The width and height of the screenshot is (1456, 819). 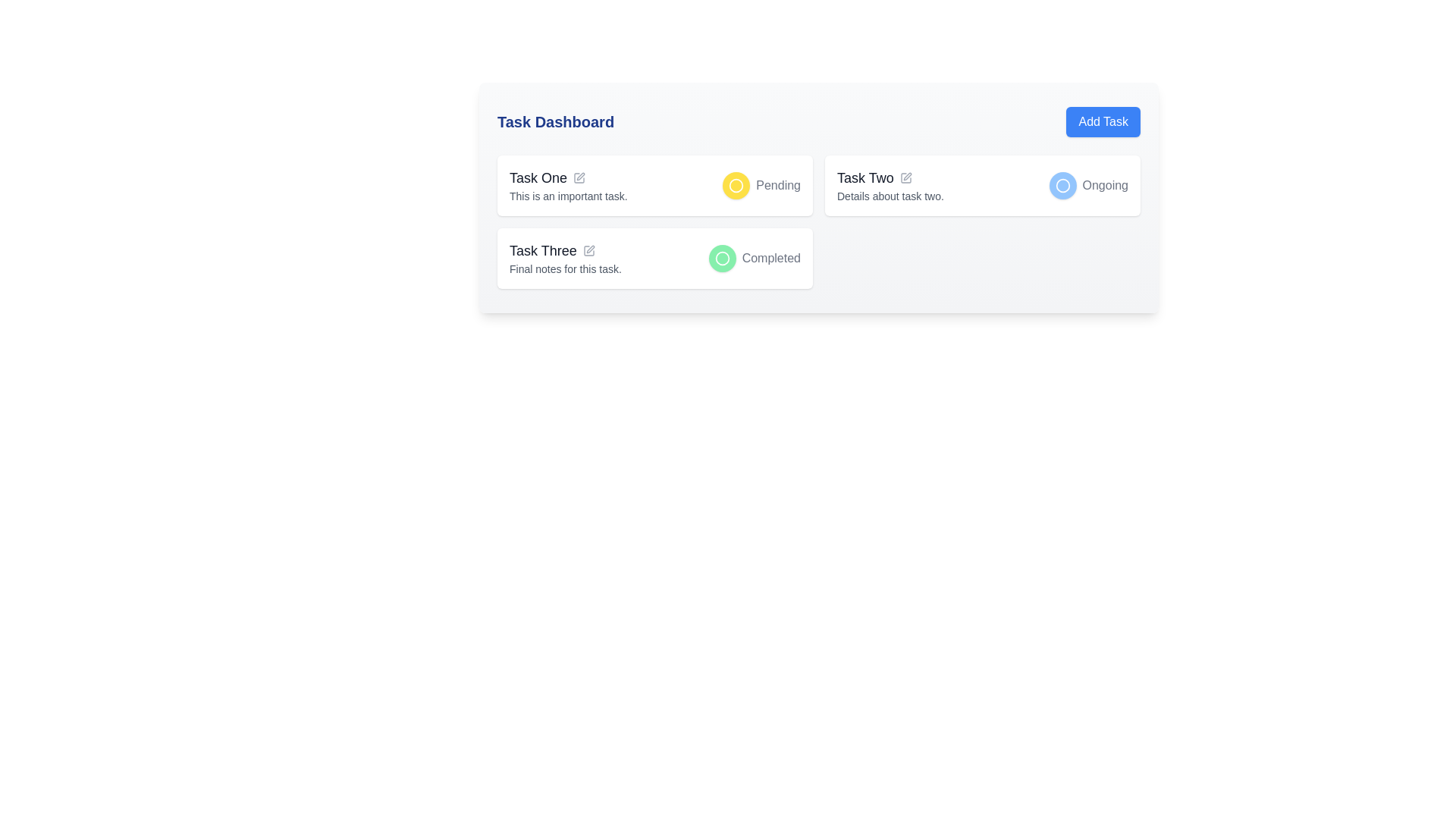 What do you see at coordinates (890, 177) in the screenshot?
I see `the 'Task Two' text element with the accompanying pen icon in the task dashboard` at bounding box center [890, 177].